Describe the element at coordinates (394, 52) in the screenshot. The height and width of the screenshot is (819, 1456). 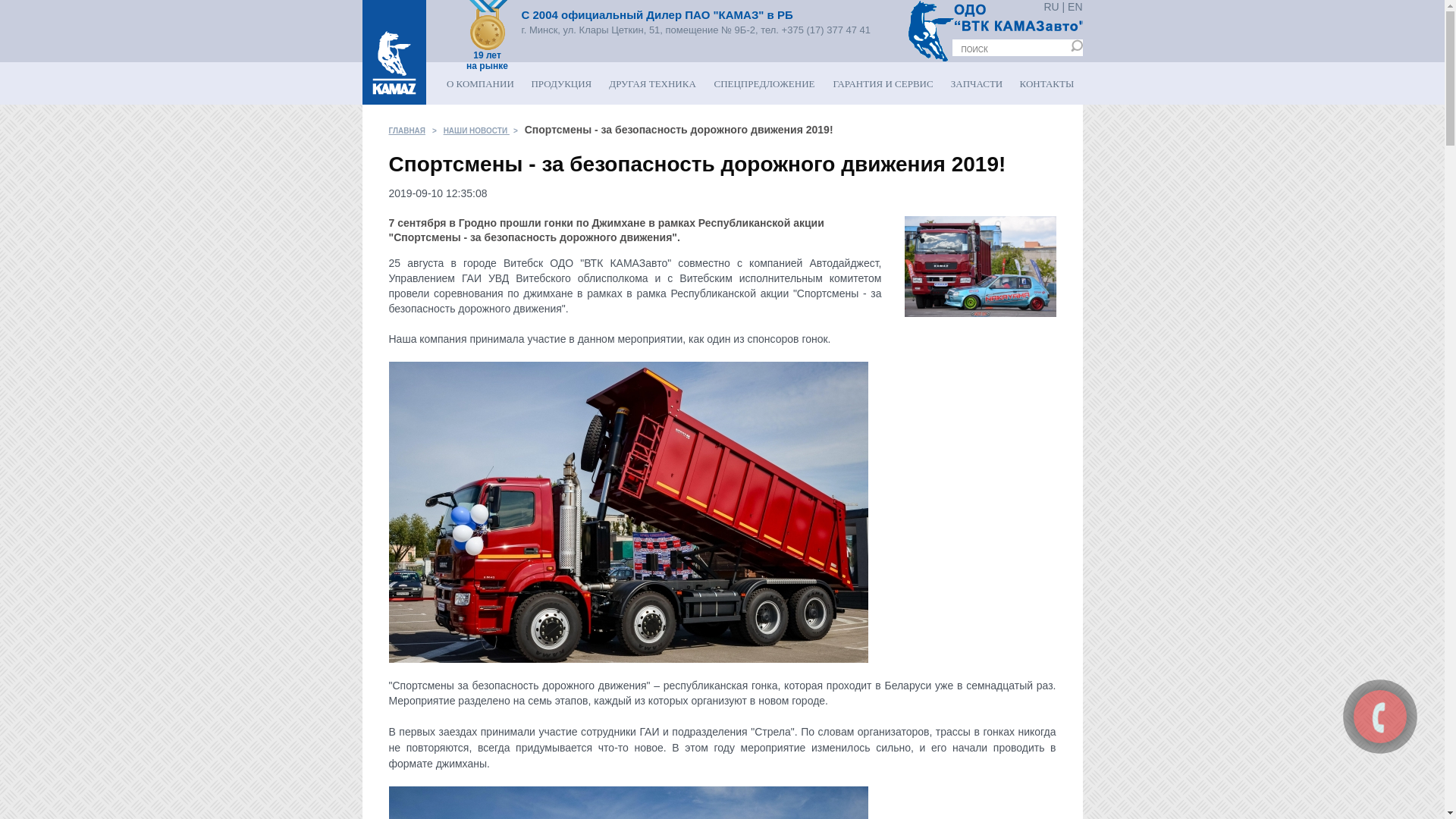
I see `'KAMAZ'` at that location.